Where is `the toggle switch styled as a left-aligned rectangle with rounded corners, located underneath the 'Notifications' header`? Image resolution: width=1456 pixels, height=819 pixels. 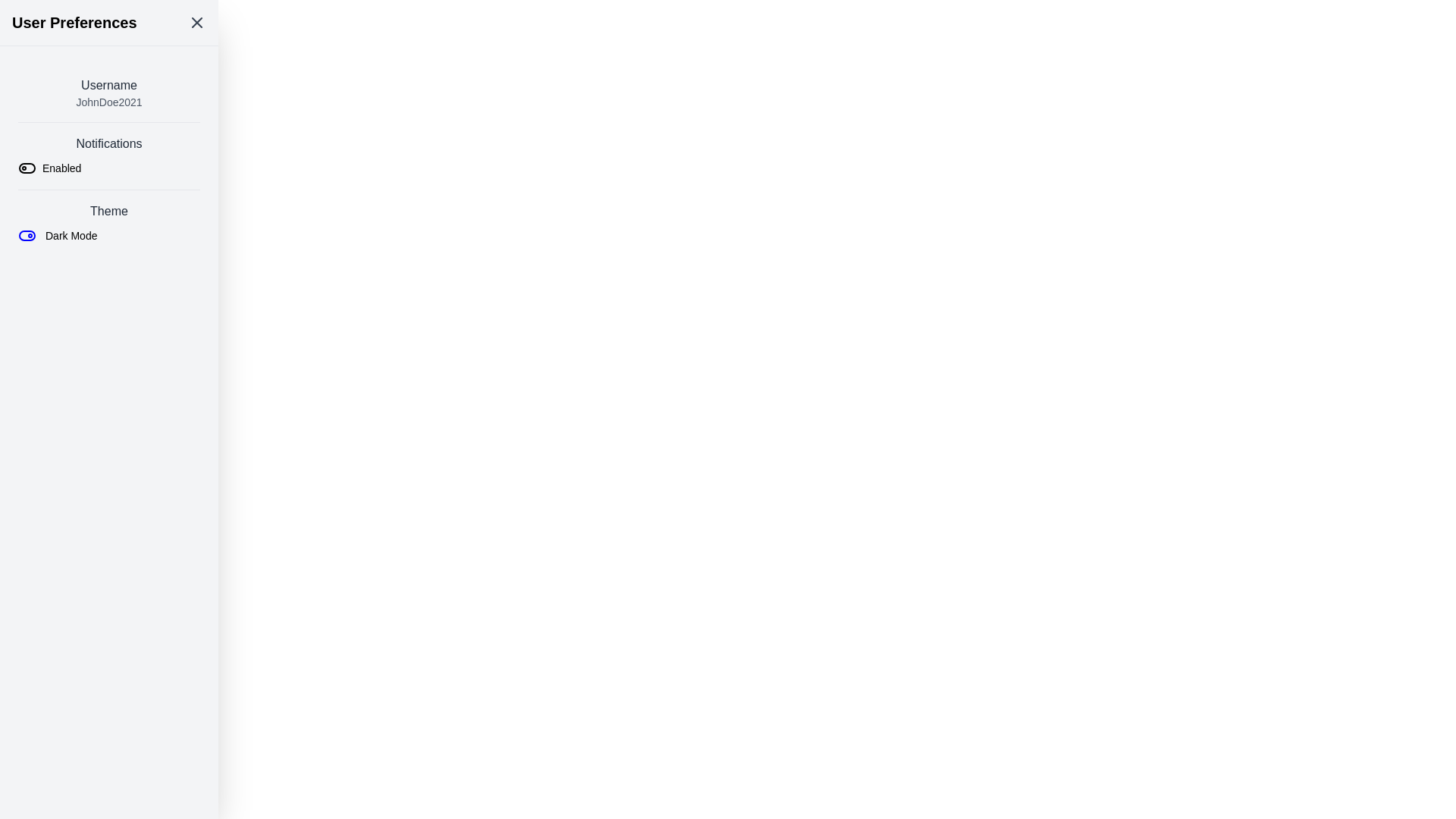 the toggle switch styled as a left-aligned rectangle with rounded corners, located underneath the 'Notifications' header is located at coordinates (27, 168).